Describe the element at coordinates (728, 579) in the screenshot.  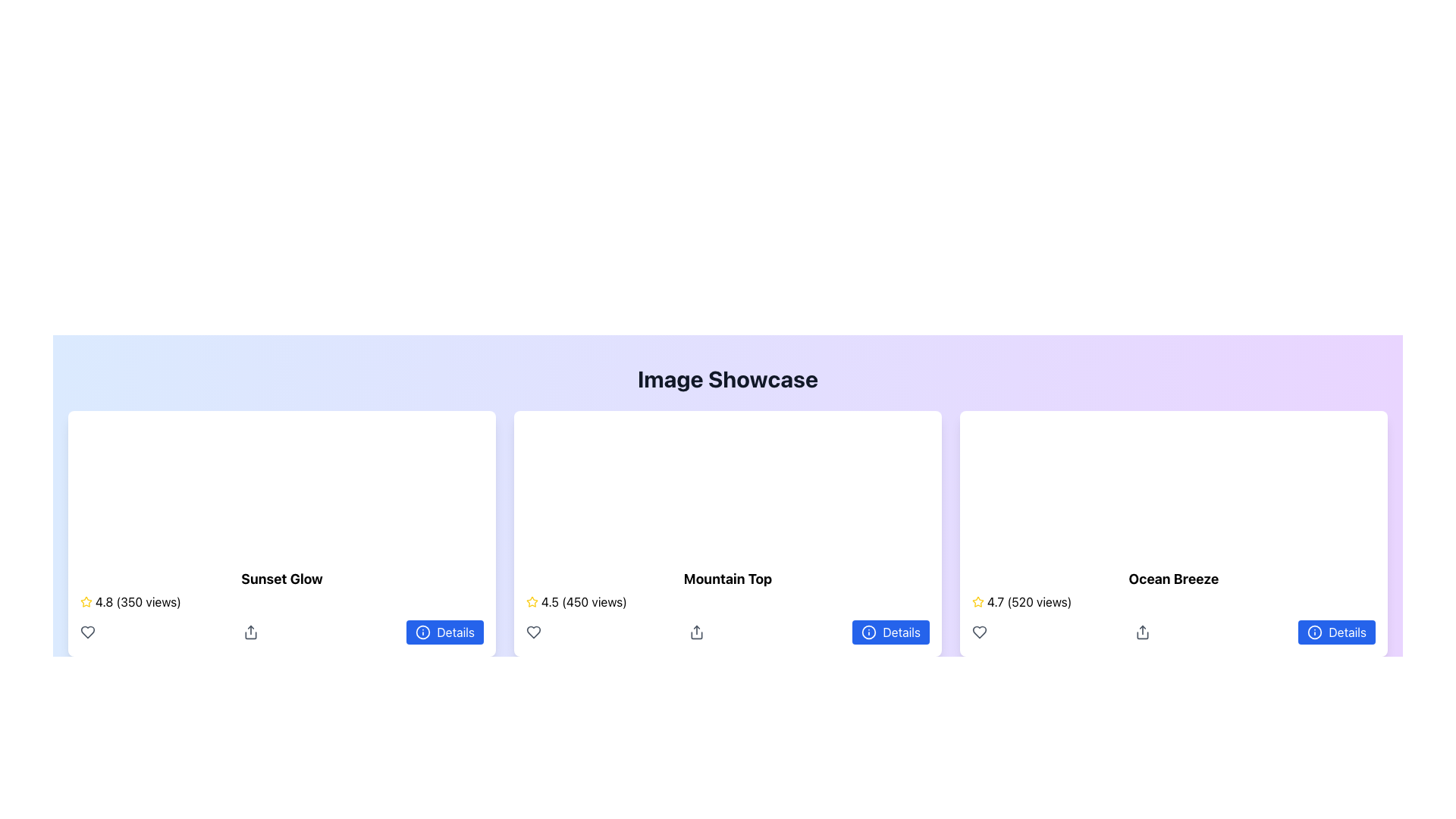
I see `contents of the bold text label displaying the name 'Mountain Top', which is located in the central card of a horizontally aligned grid, above the rating and views section` at that location.